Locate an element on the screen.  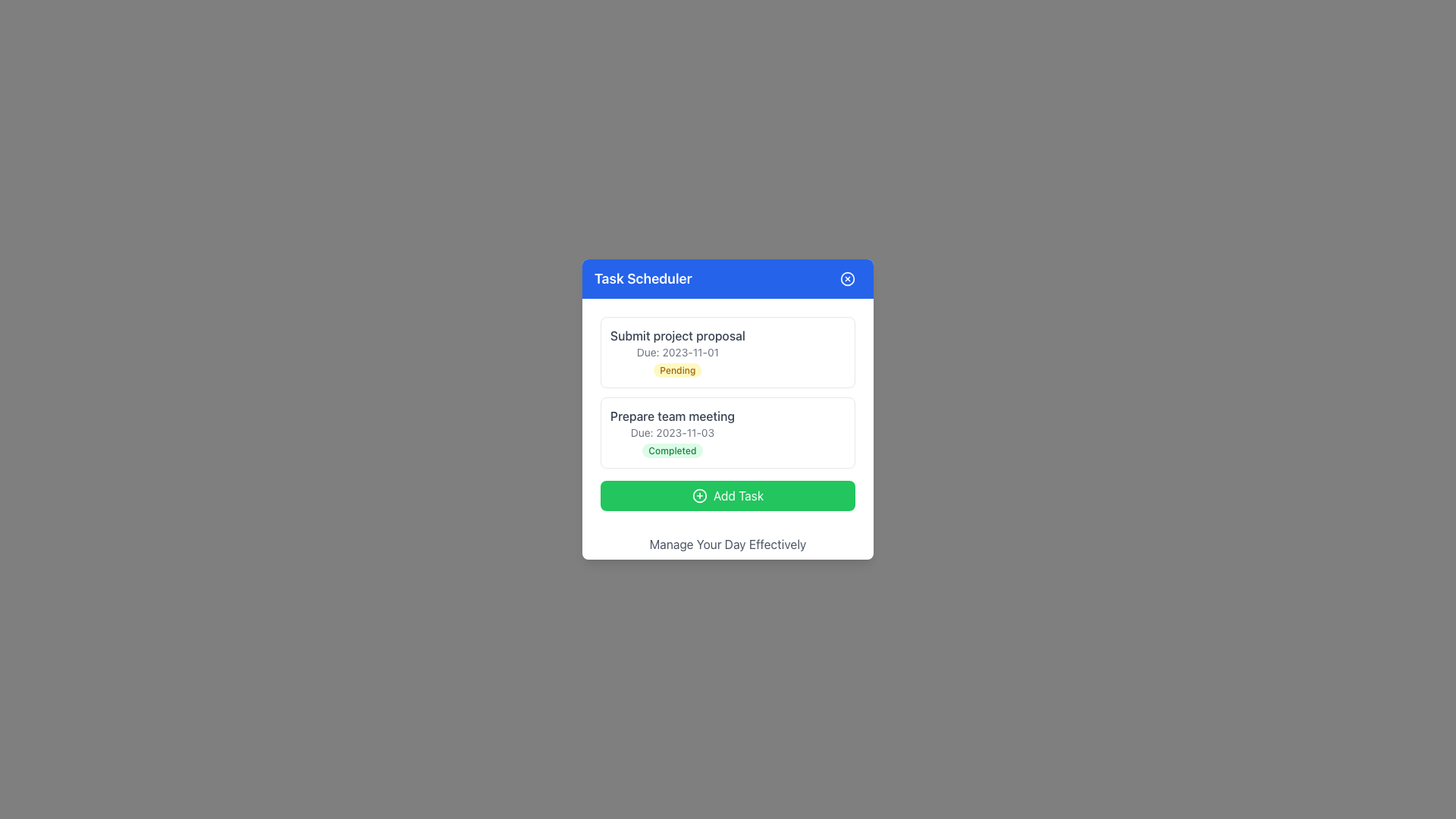
the close button located at the top-right corner of the 'Task Scheduler' interface is located at coordinates (847, 278).